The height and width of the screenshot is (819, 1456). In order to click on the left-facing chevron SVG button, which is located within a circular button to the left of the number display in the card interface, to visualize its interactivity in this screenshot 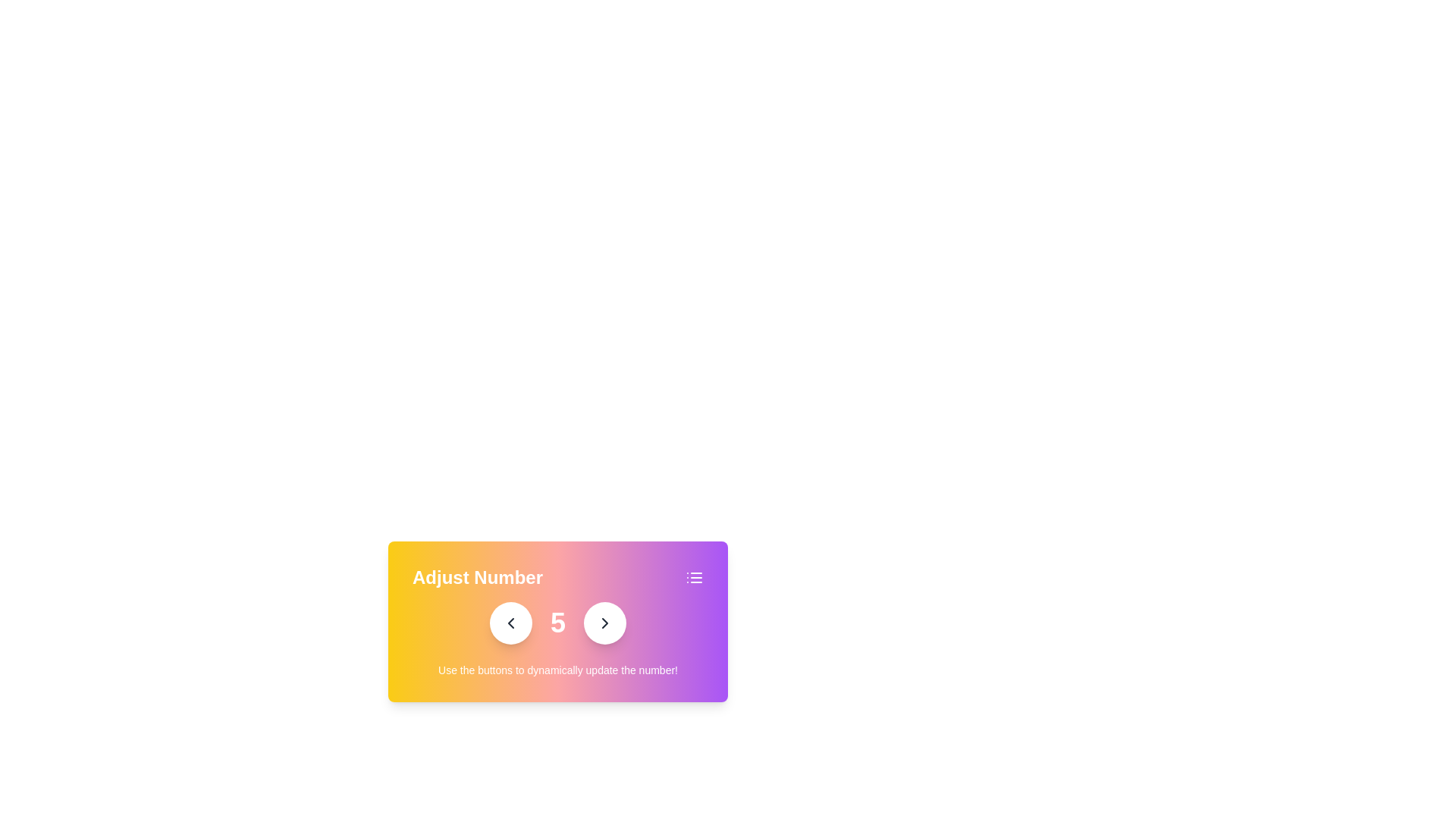, I will do `click(510, 623)`.